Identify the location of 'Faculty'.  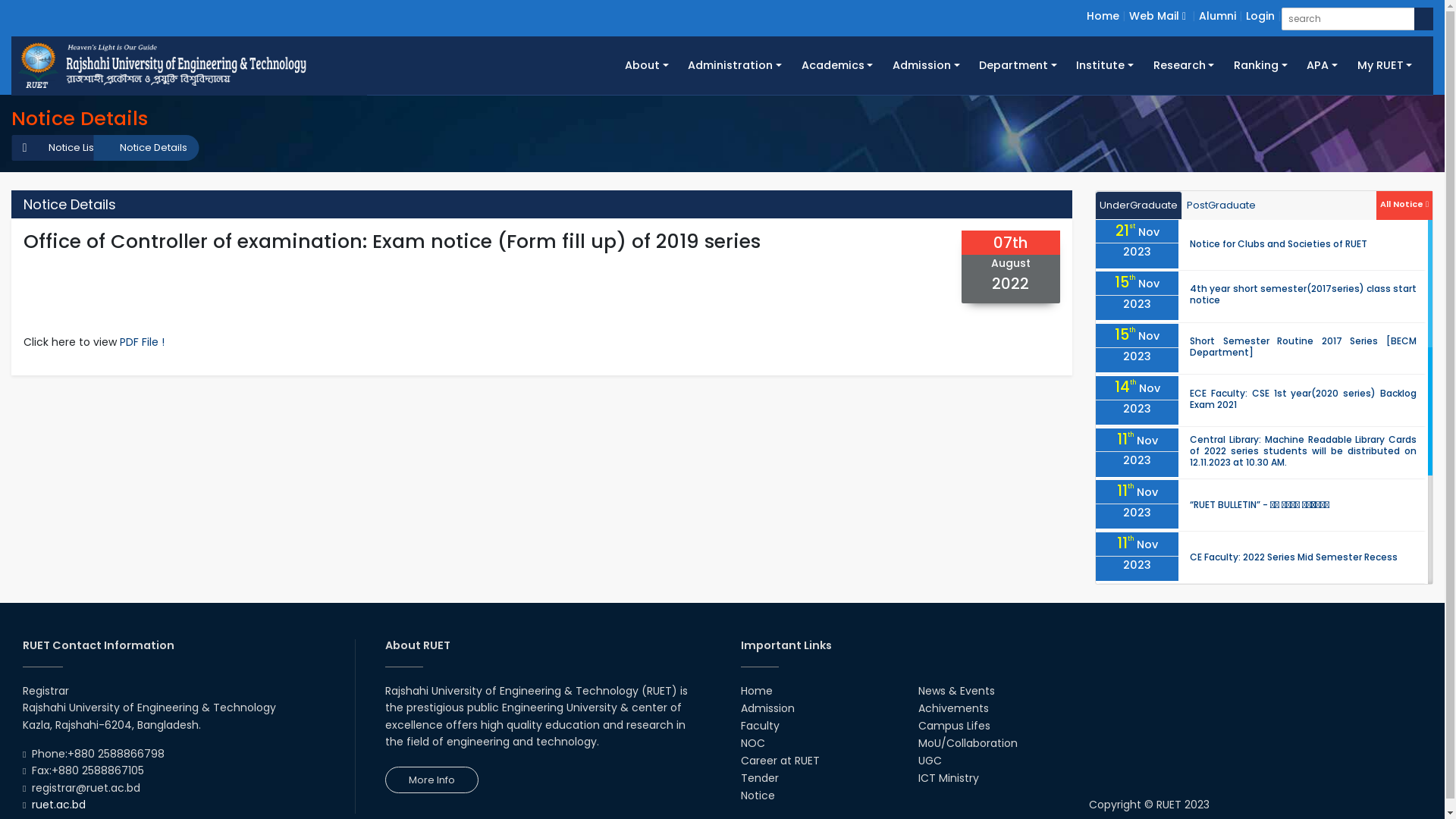
(759, 724).